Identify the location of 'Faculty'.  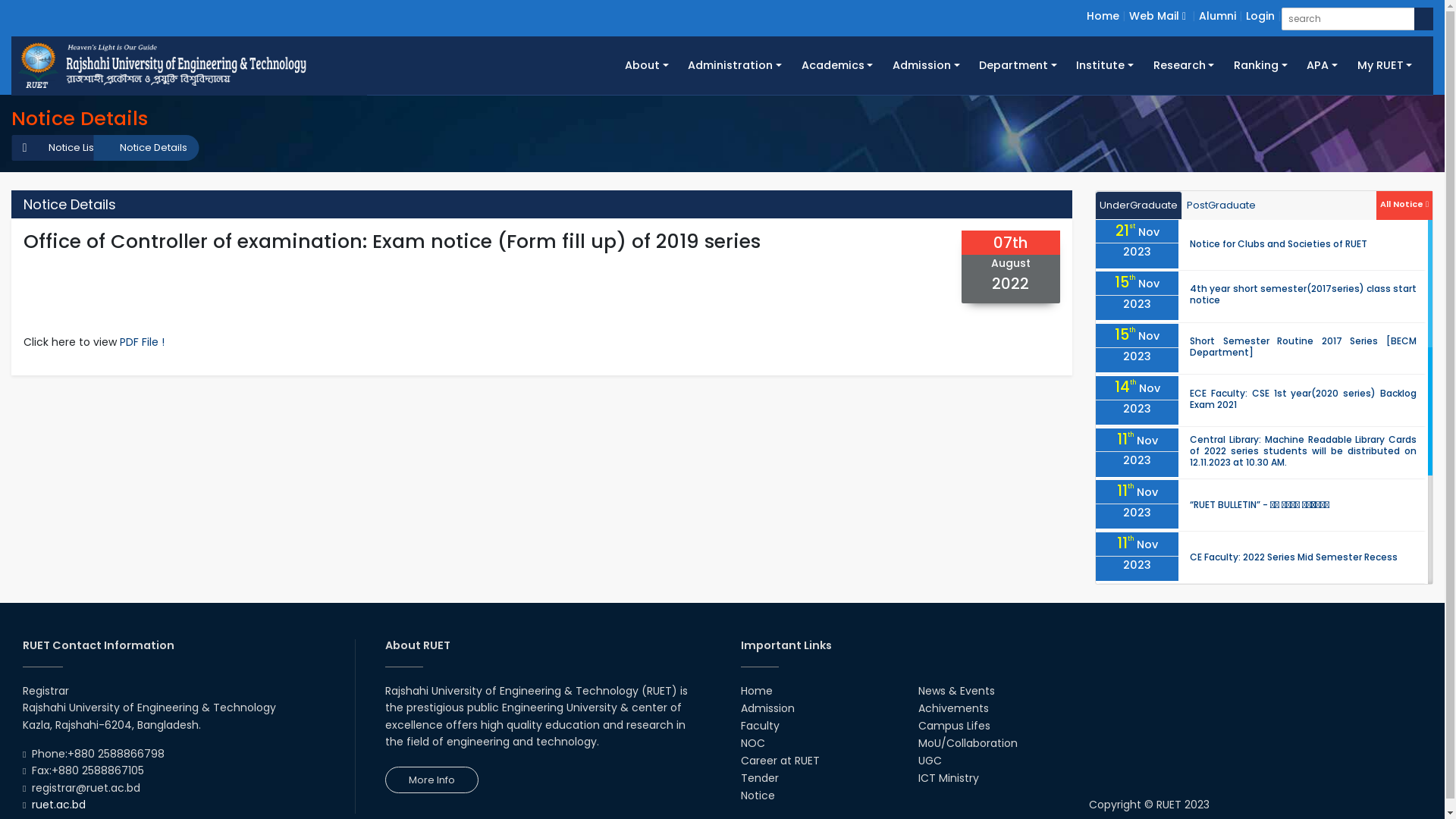
(759, 724).